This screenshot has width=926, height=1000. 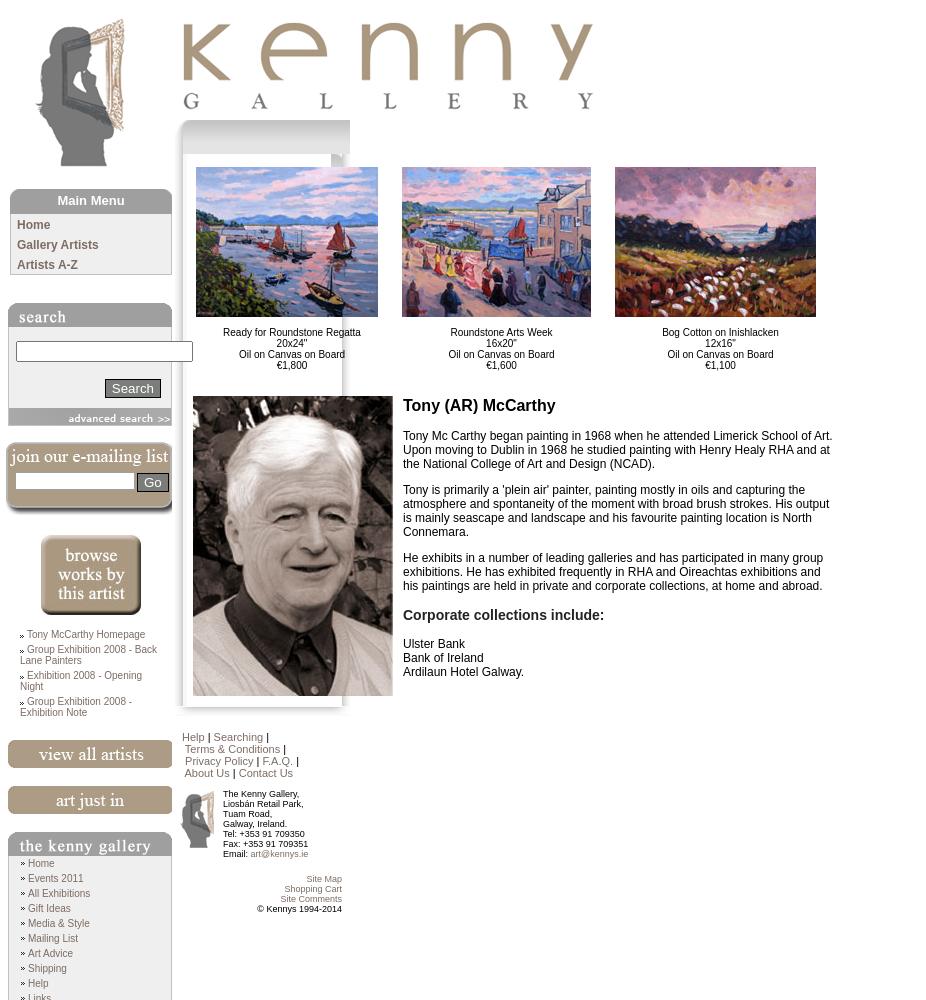 I want to click on 'All Exhibitions', so click(x=57, y=893).